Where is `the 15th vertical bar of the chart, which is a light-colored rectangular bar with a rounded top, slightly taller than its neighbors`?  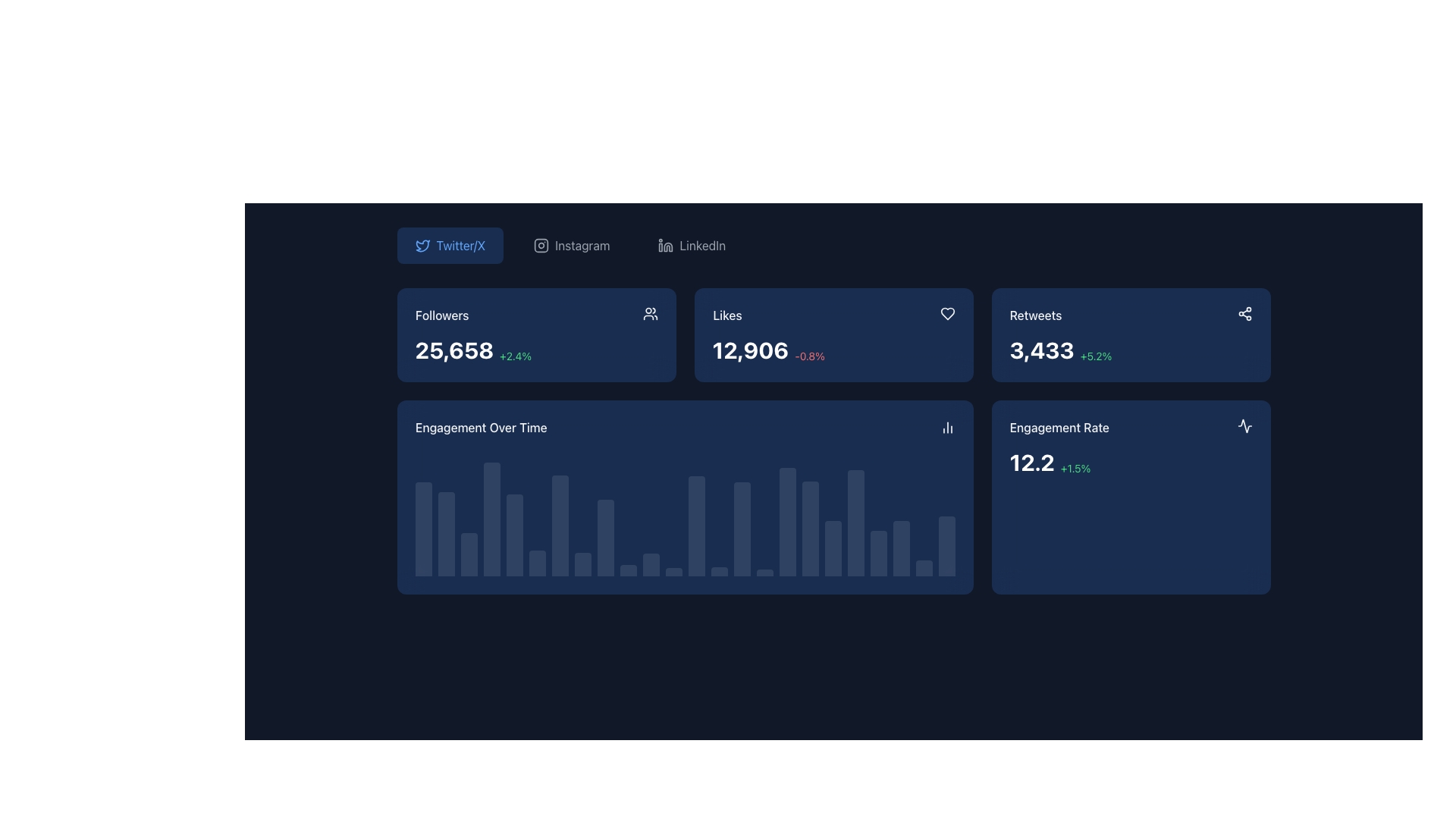
the 15th vertical bar of the chart, which is a light-colored rectangular bar with a rounded top, slightly taller than its neighbors is located at coordinates (742, 528).